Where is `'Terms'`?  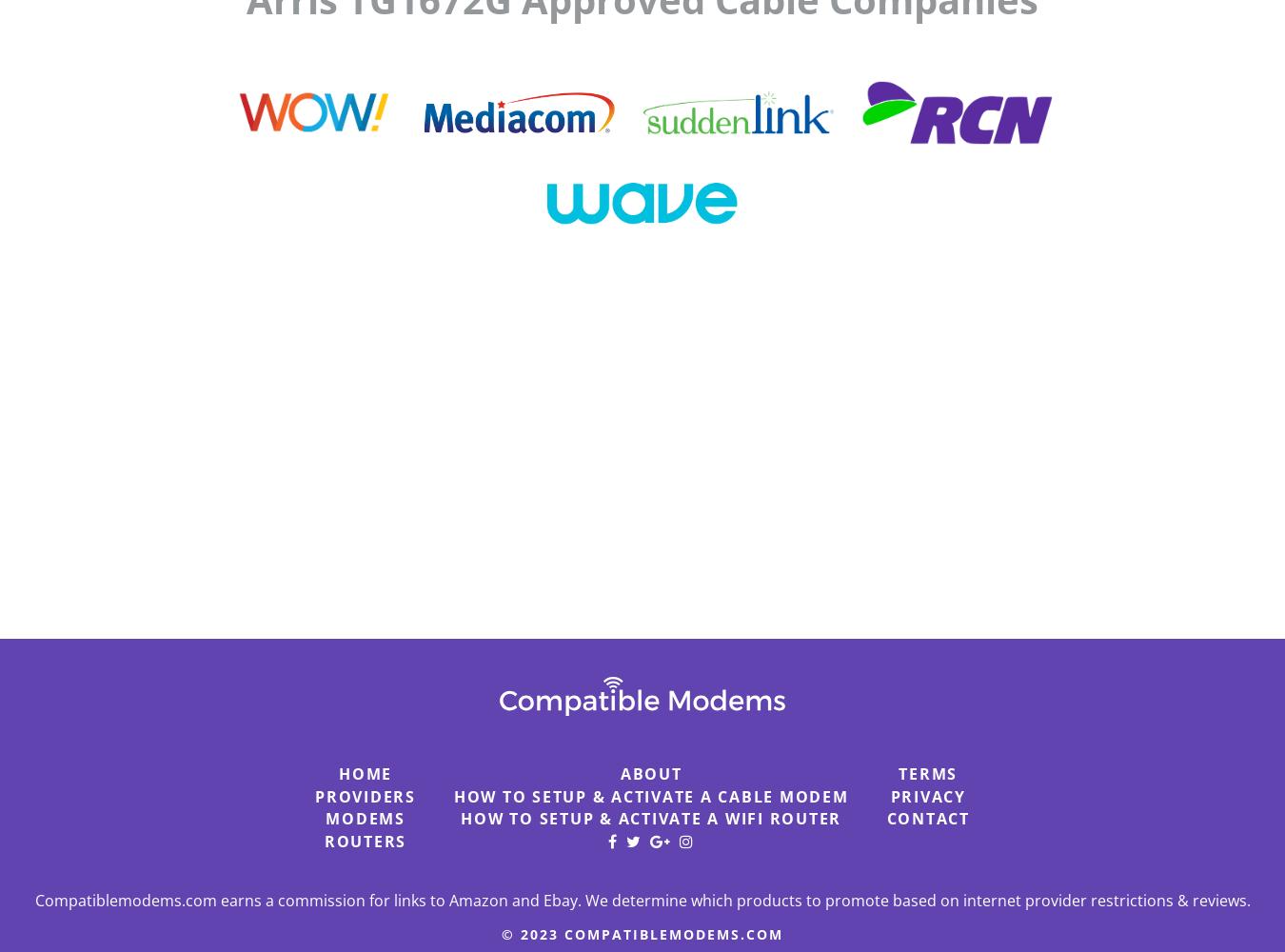 'Terms' is located at coordinates (926, 773).